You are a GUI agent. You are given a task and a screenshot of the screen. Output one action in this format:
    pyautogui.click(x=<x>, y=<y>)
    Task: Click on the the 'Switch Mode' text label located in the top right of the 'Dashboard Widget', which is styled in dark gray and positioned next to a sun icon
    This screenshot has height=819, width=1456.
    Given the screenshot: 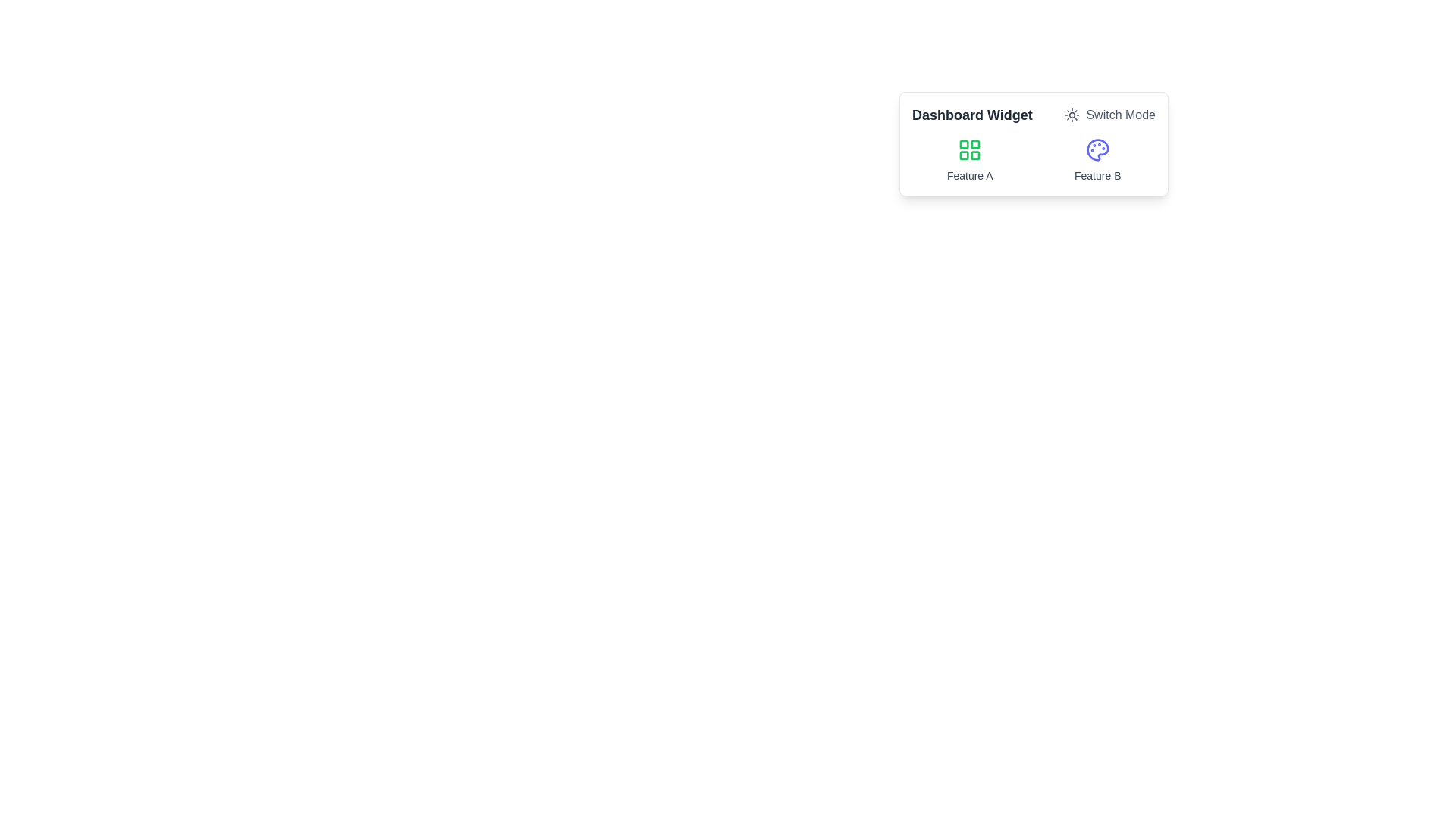 What is the action you would take?
    pyautogui.click(x=1121, y=114)
    